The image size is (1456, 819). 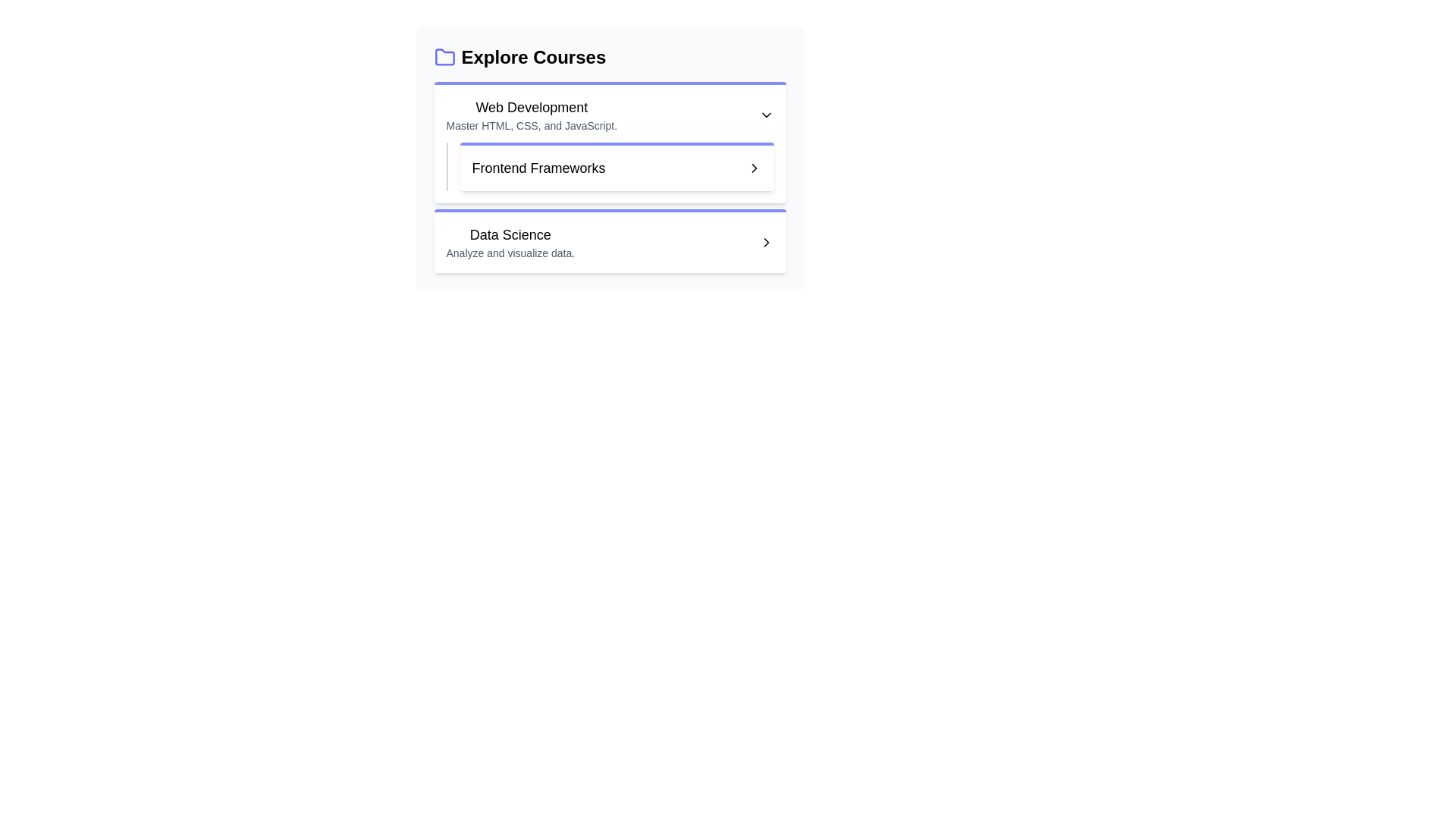 What do you see at coordinates (610, 240) in the screenshot?
I see `the third button or card in the navigation stack` at bounding box center [610, 240].